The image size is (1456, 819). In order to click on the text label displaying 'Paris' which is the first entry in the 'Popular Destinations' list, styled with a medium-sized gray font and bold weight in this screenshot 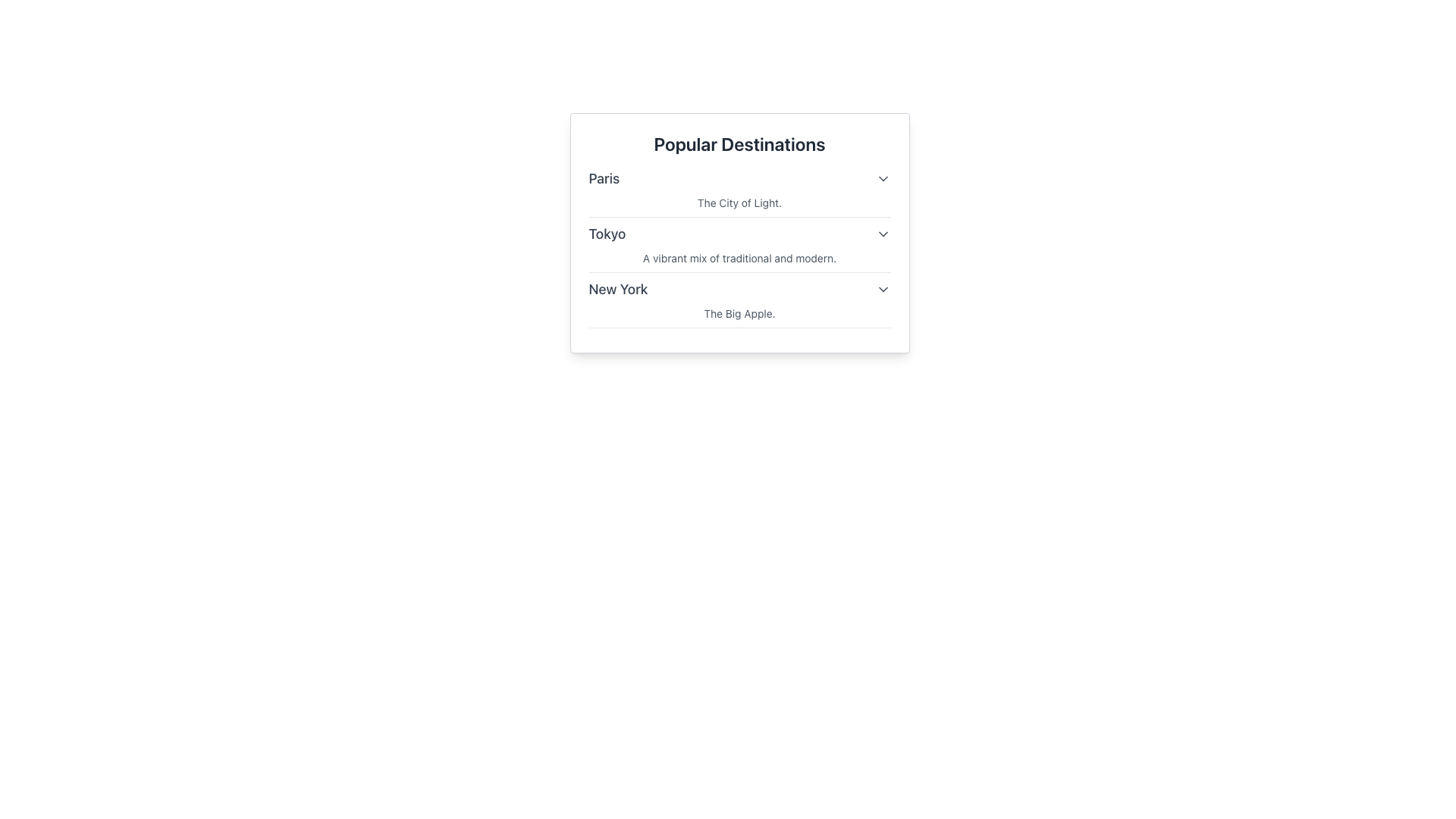, I will do `click(603, 177)`.